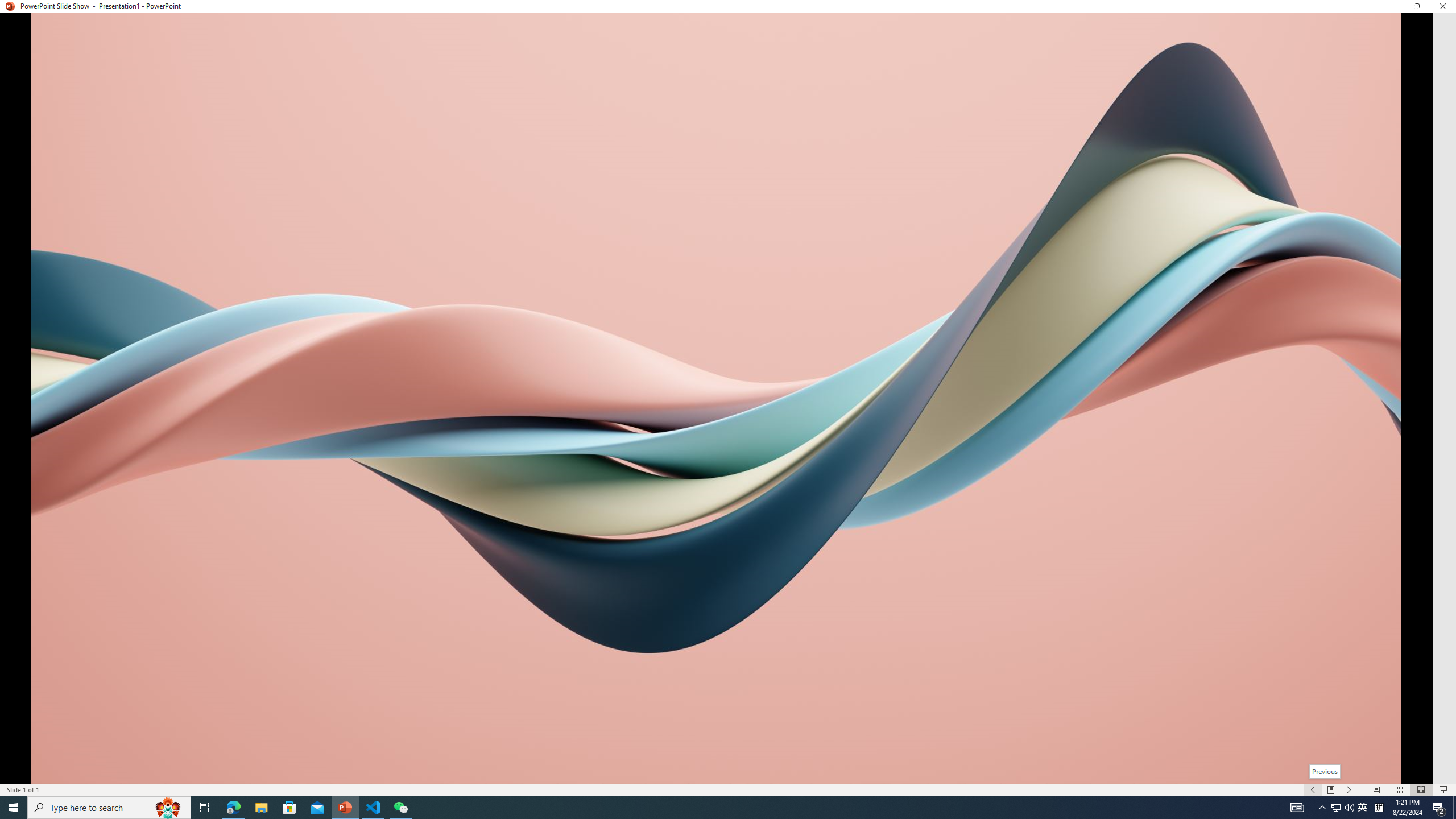  Describe the element at coordinates (1349, 790) in the screenshot. I see `'Slide Show Next On'` at that location.